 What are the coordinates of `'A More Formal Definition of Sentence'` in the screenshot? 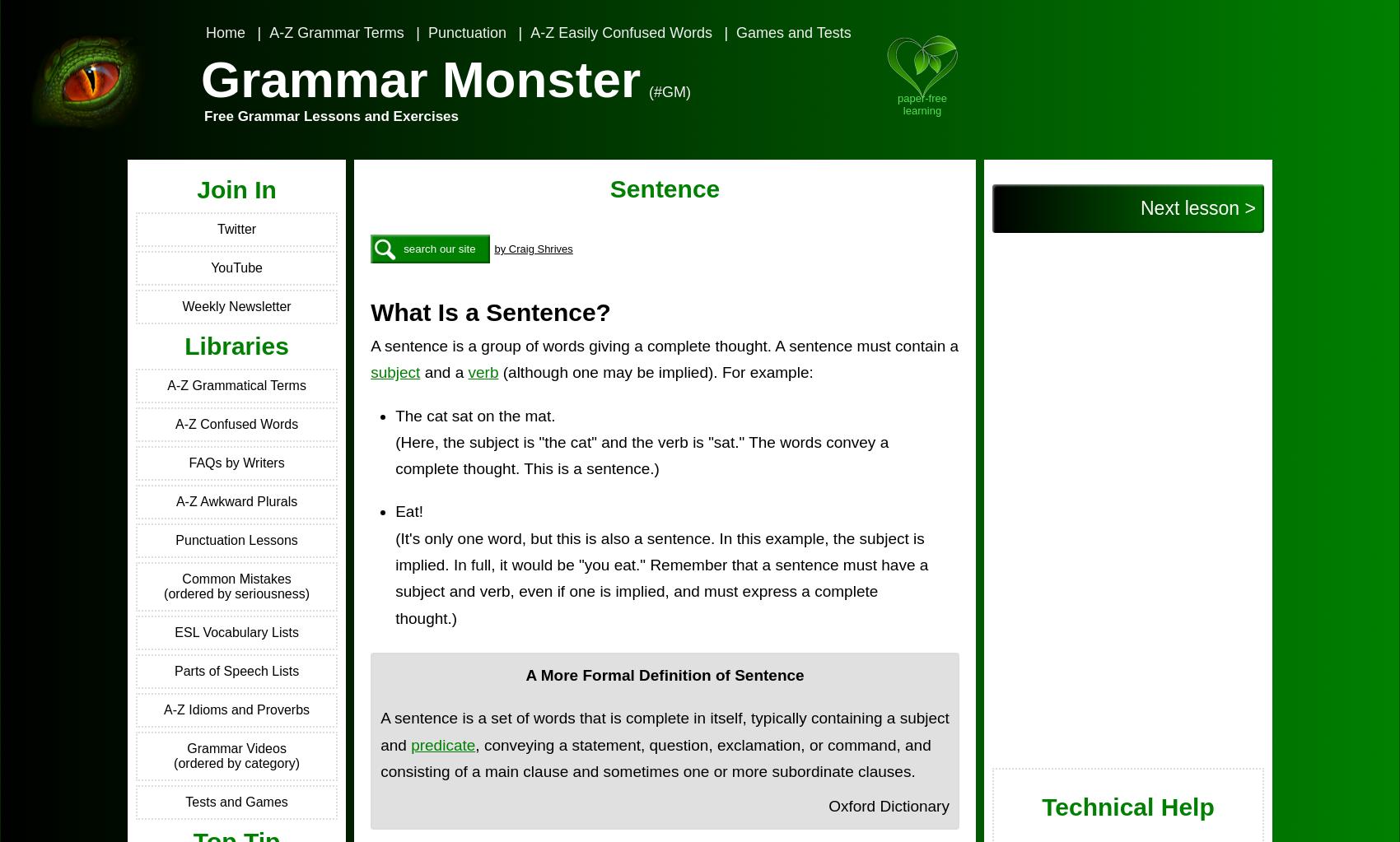 It's located at (663, 674).